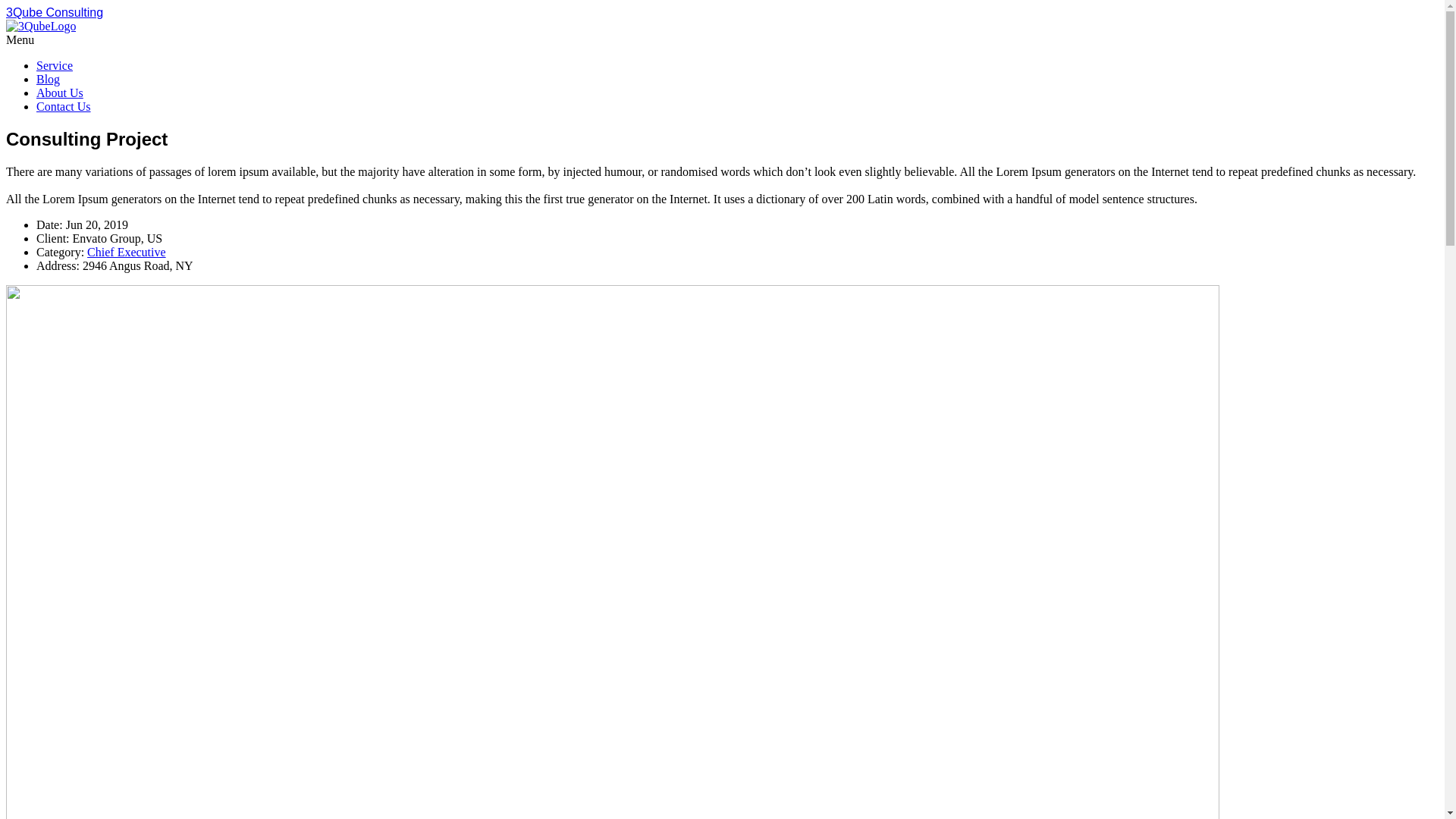 The height and width of the screenshot is (819, 1456). What do you see at coordinates (36, 64) in the screenshot?
I see `'Service'` at bounding box center [36, 64].